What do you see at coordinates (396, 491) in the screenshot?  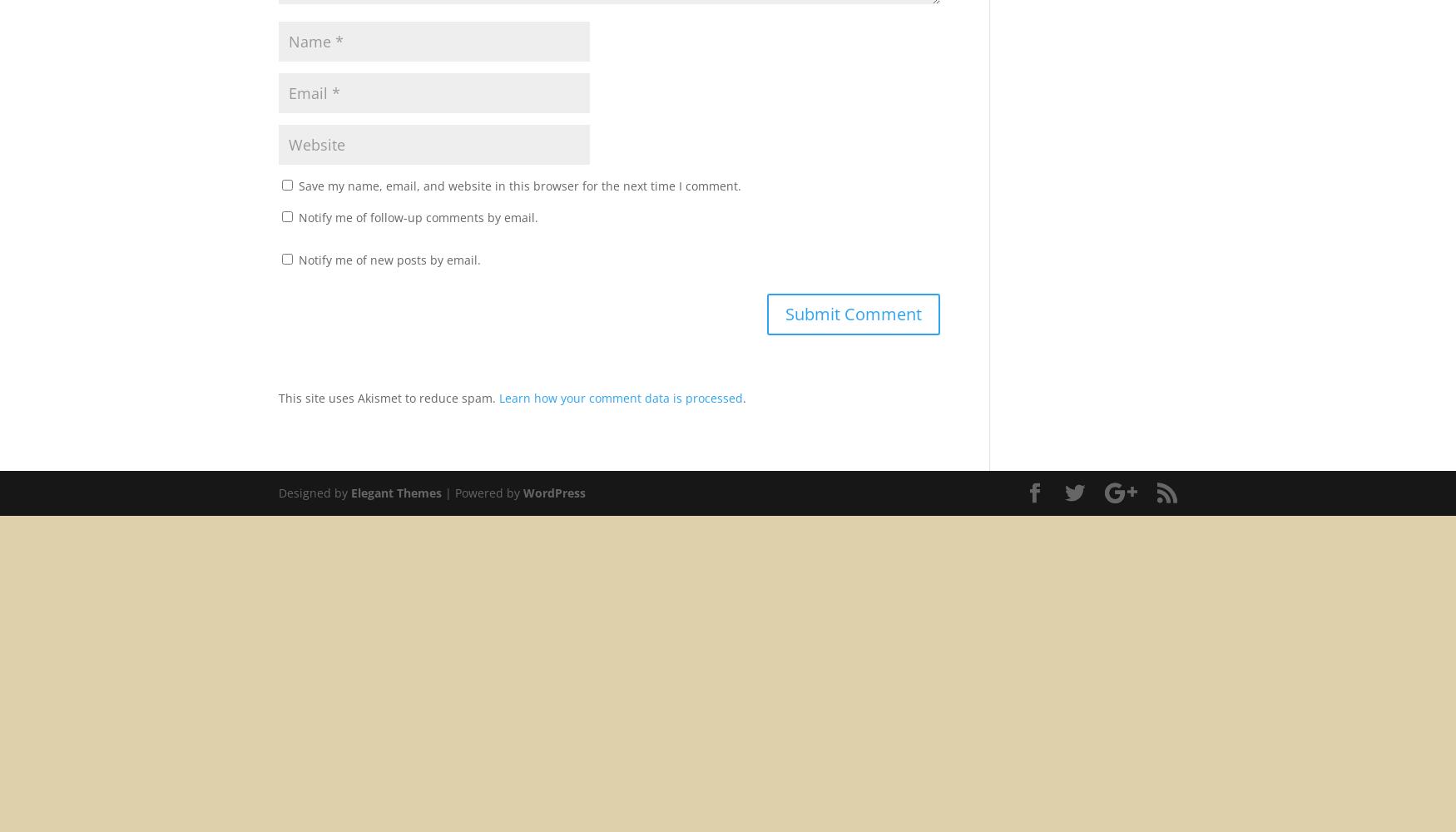 I see `'Elegant Themes'` at bounding box center [396, 491].